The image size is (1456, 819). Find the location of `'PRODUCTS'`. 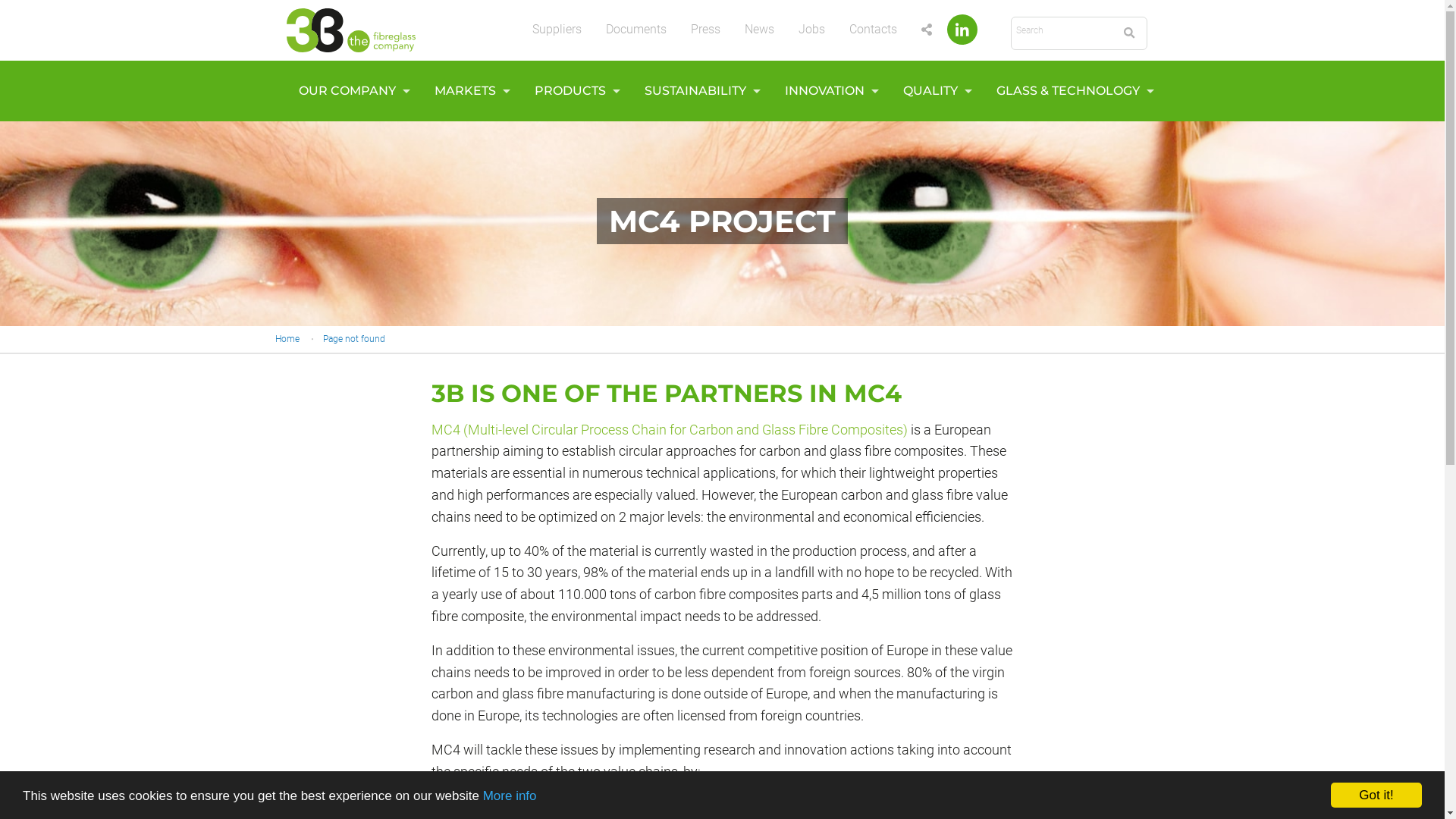

'PRODUCTS' is located at coordinates (572, 90).